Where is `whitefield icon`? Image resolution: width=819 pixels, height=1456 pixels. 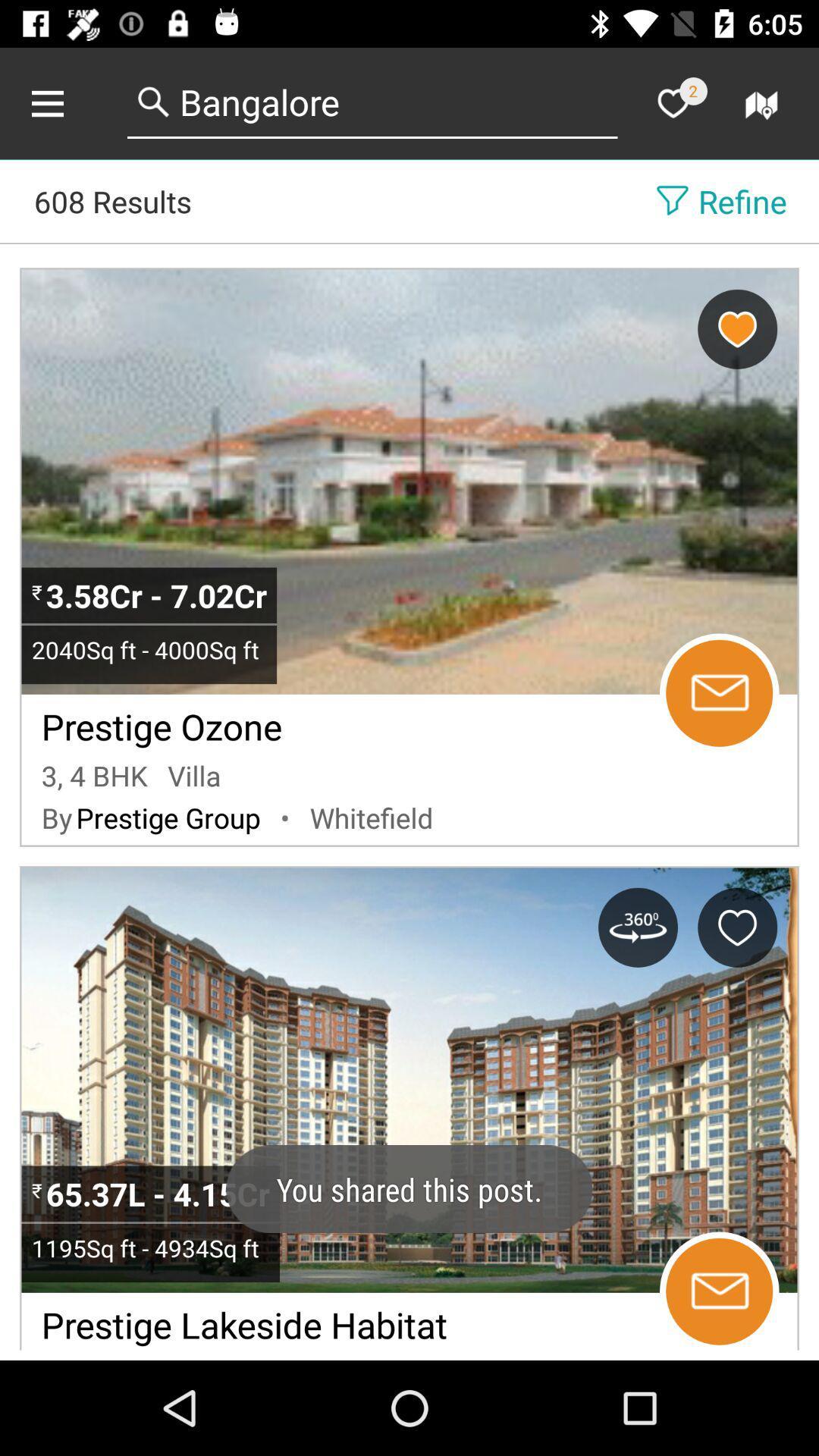 whitefield icon is located at coordinates (372, 817).